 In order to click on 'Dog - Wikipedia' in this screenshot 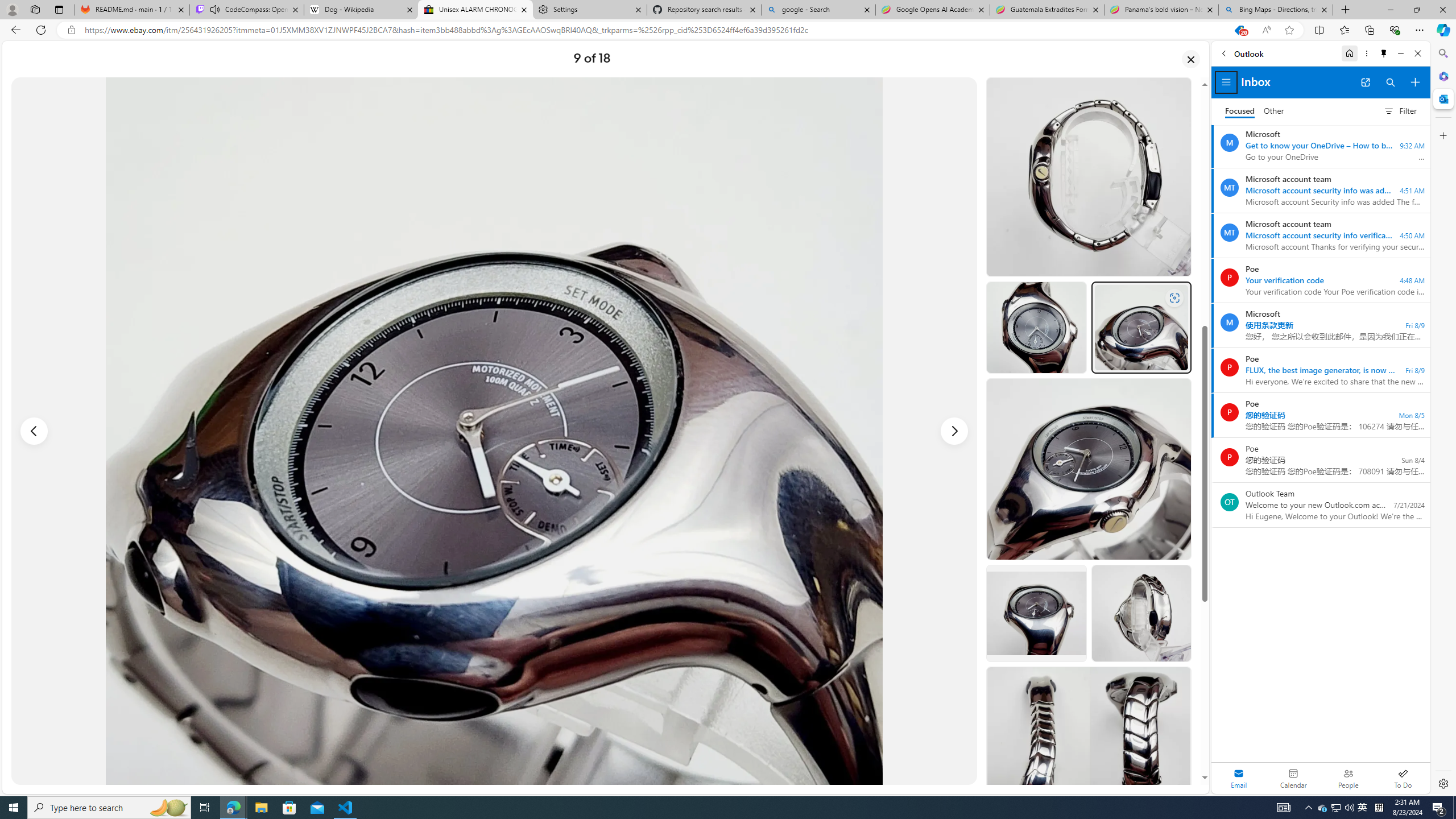, I will do `click(360, 9)`.